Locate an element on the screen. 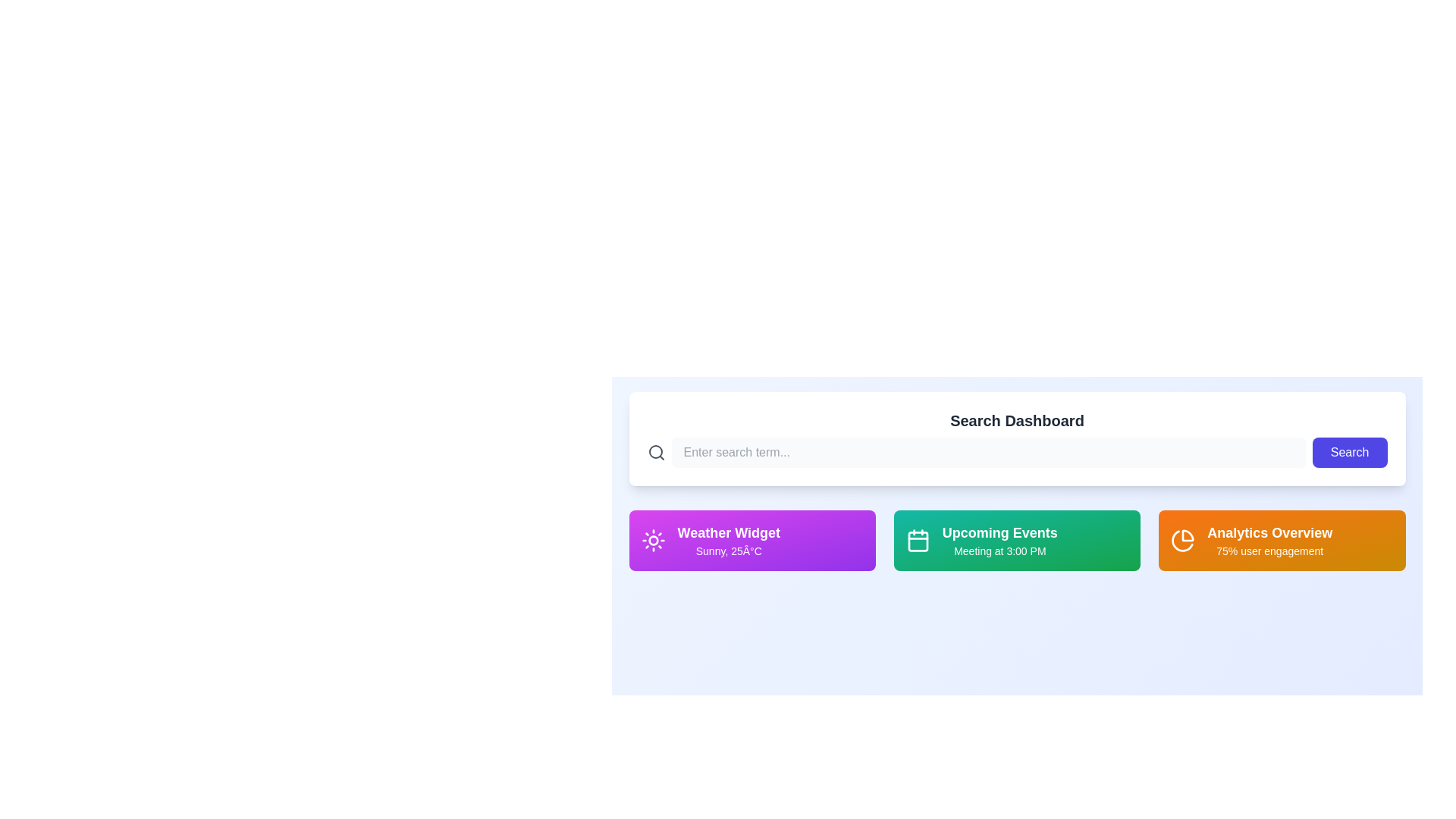 This screenshot has width=1456, height=819. the 'Weather Widget' text display, which shows 'Sunny, 25Â°C' in white text on a purple gradient background, located to the left of the 'Upcoming Events' green card is located at coordinates (729, 540).